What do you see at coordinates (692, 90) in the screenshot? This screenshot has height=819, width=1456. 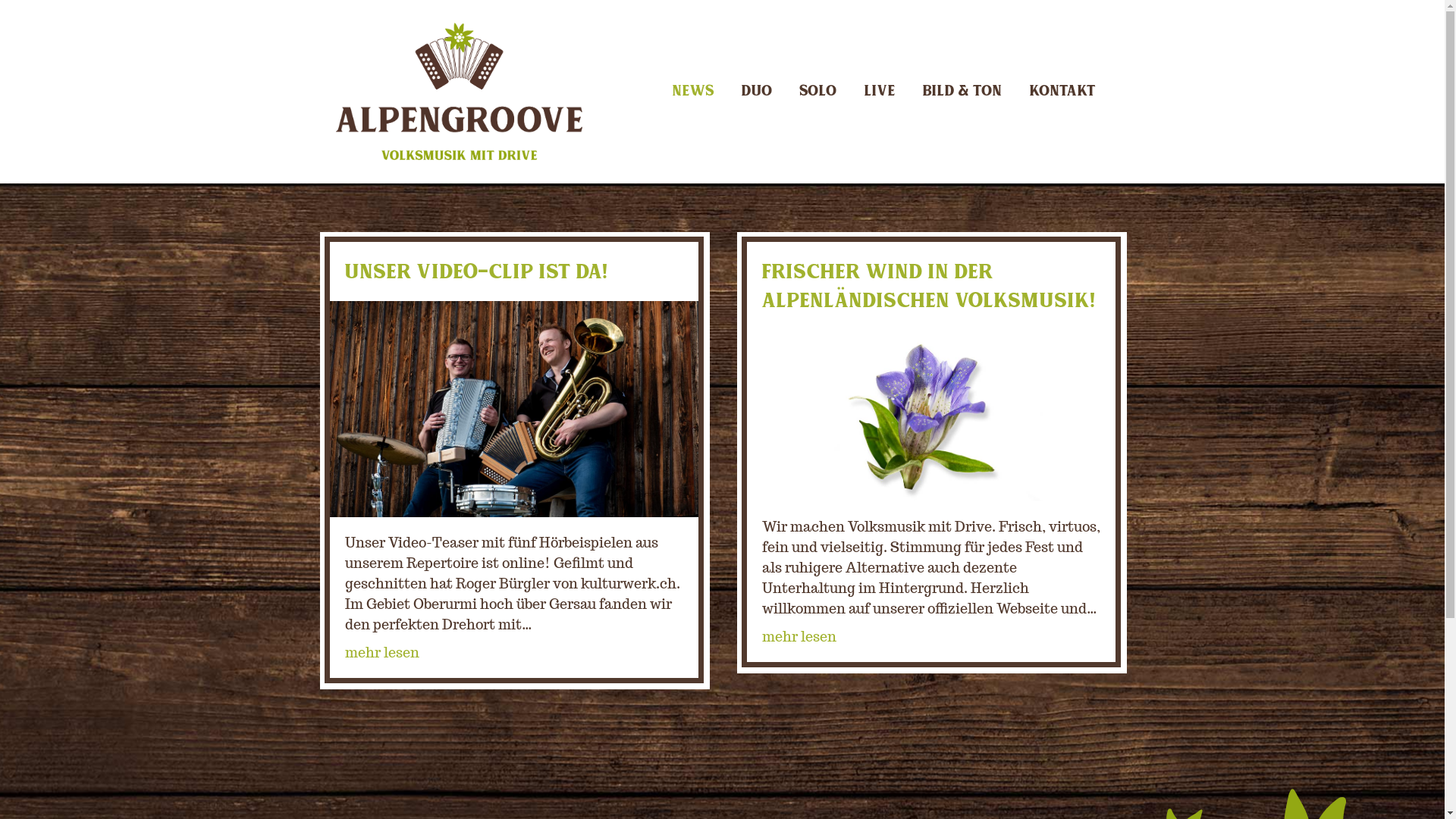 I see `'NEWS'` at bounding box center [692, 90].